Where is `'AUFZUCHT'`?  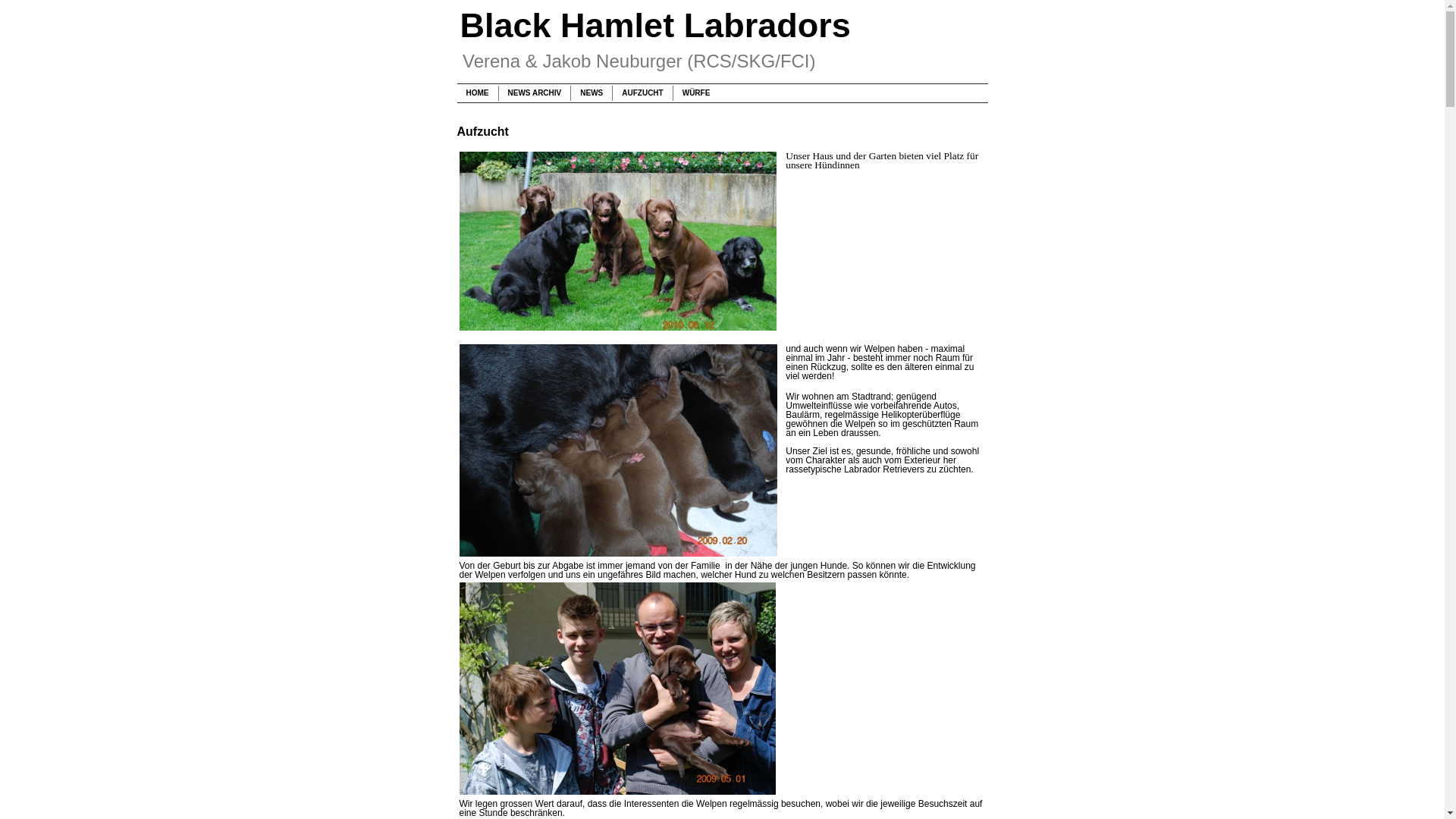 'AUFZUCHT' is located at coordinates (642, 93).